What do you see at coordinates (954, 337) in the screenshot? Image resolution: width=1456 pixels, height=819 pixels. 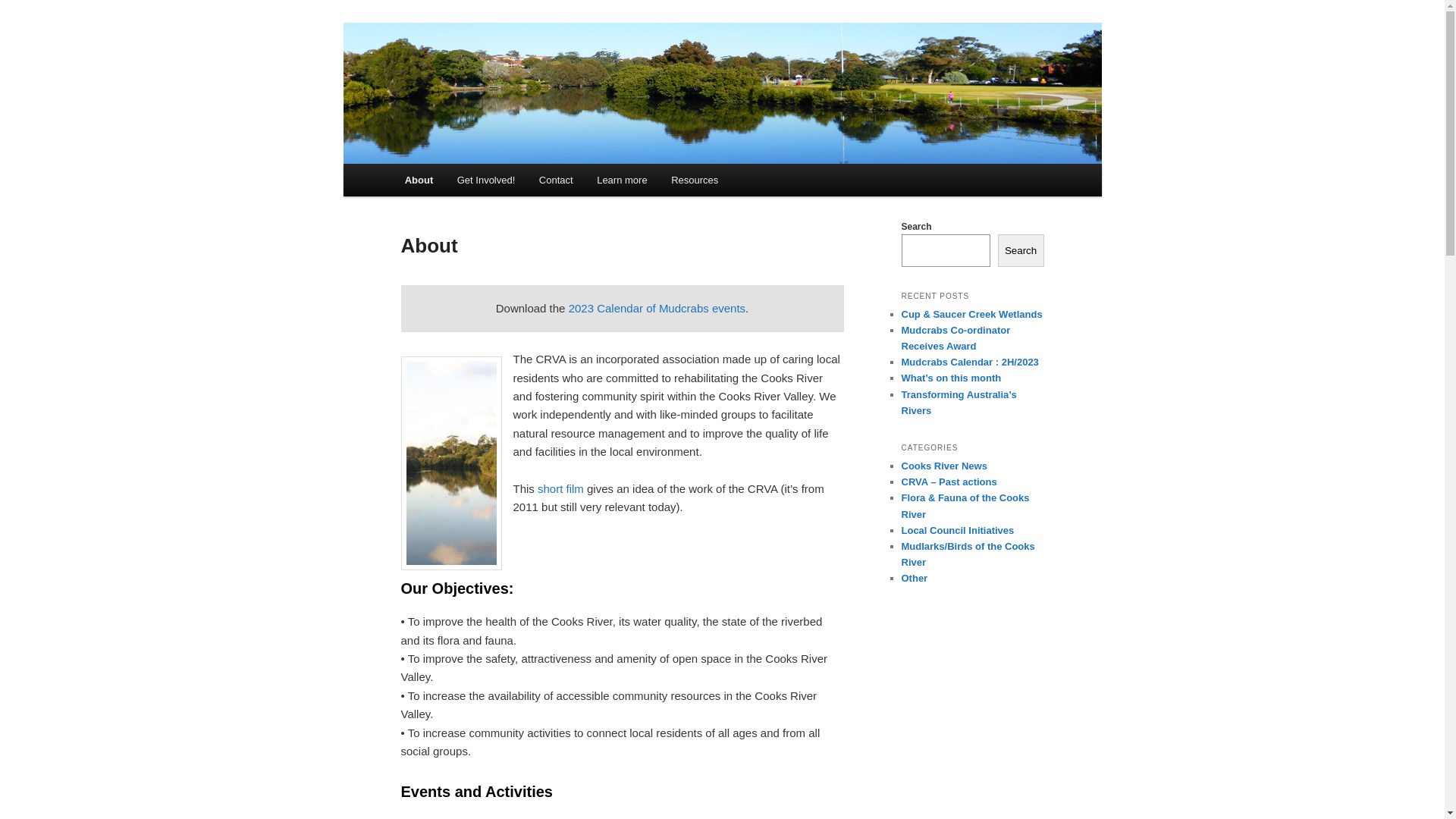 I see `'Mudcrabs Co-ordinator Receives Award'` at bounding box center [954, 337].